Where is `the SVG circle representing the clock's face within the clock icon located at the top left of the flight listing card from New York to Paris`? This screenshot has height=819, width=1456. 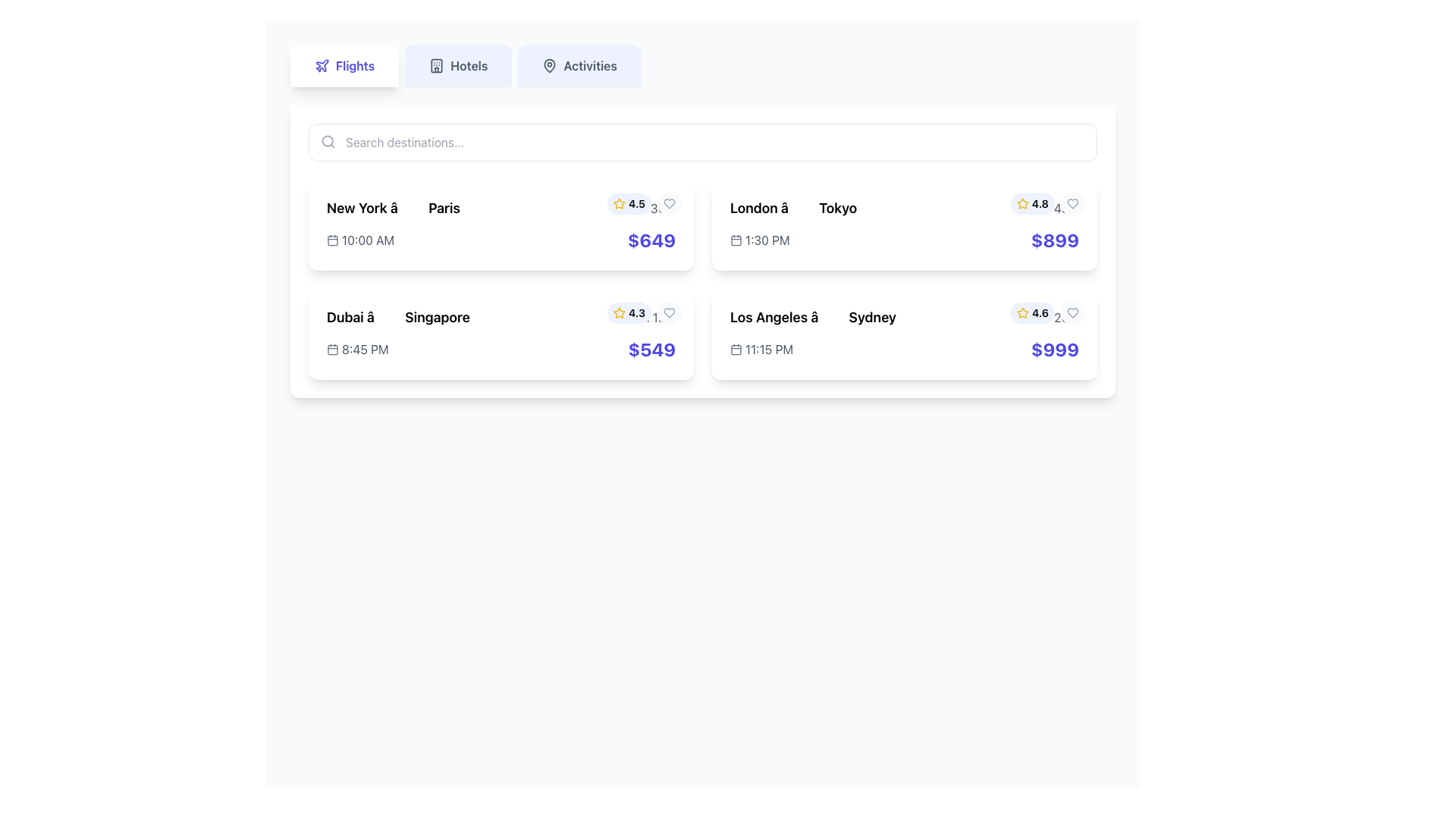 the SVG circle representing the clock's face within the clock icon located at the top left of the flight listing card from New York to Paris is located at coordinates (624, 208).